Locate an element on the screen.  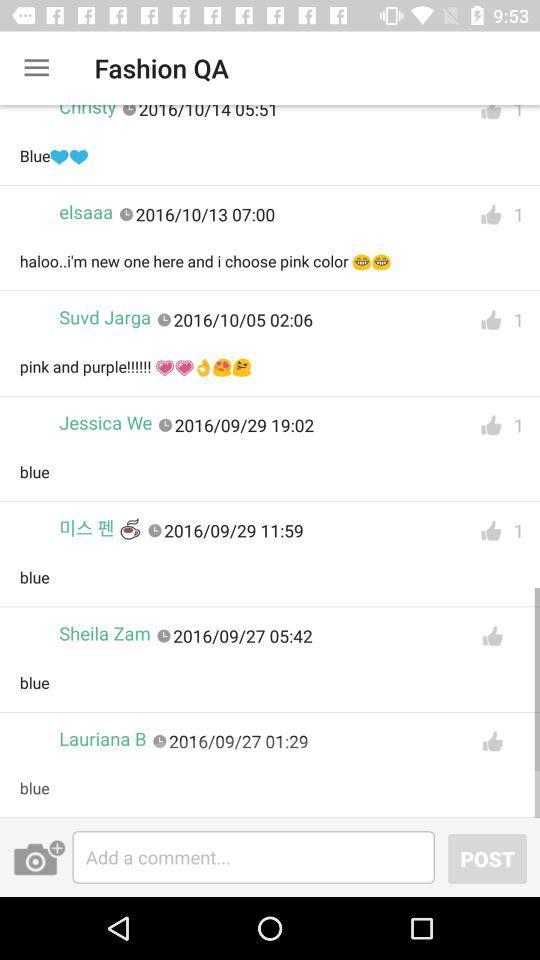
the item above blue item is located at coordinates (99, 527).